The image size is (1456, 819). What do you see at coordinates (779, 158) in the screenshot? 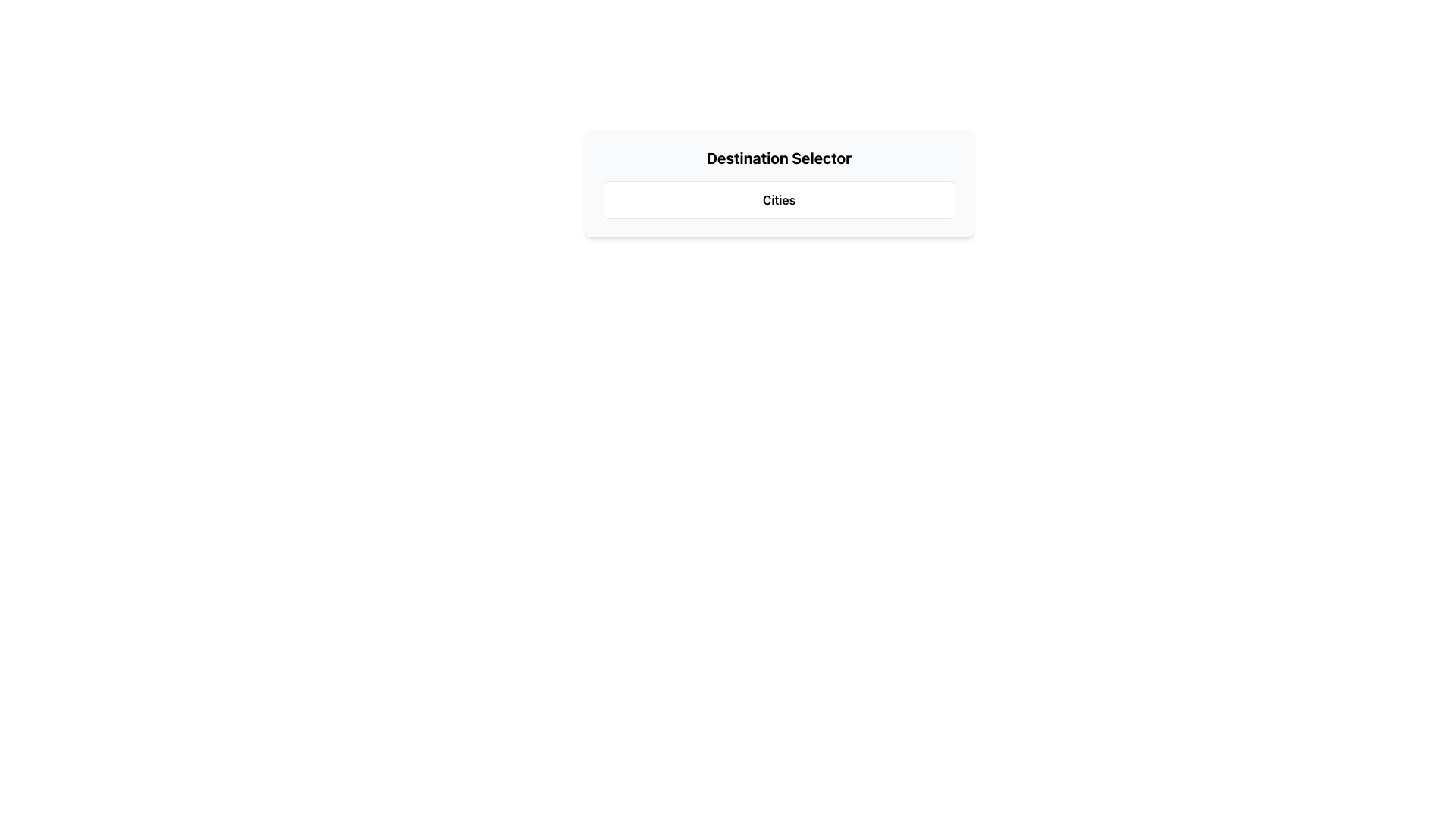
I see `the Text Label that serves as the title or heading at the top of the card, which indicates the main context or purpose of the card` at bounding box center [779, 158].